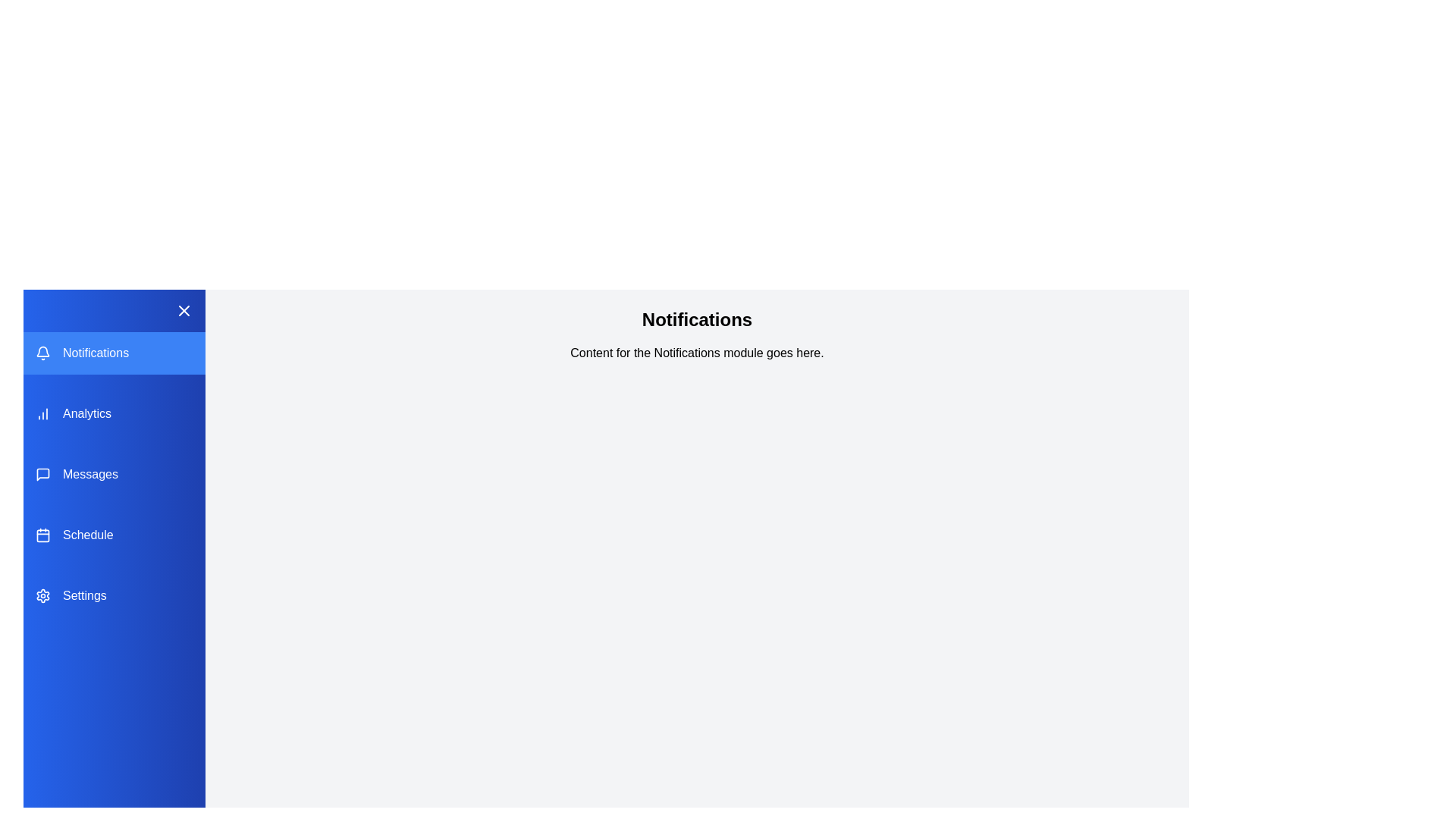 The height and width of the screenshot is (819, 1456). What do you see at coordinates (113, 353) in the screenshot?
I see `the module Notifications from the sidebar` at bounding box center [113, 353].